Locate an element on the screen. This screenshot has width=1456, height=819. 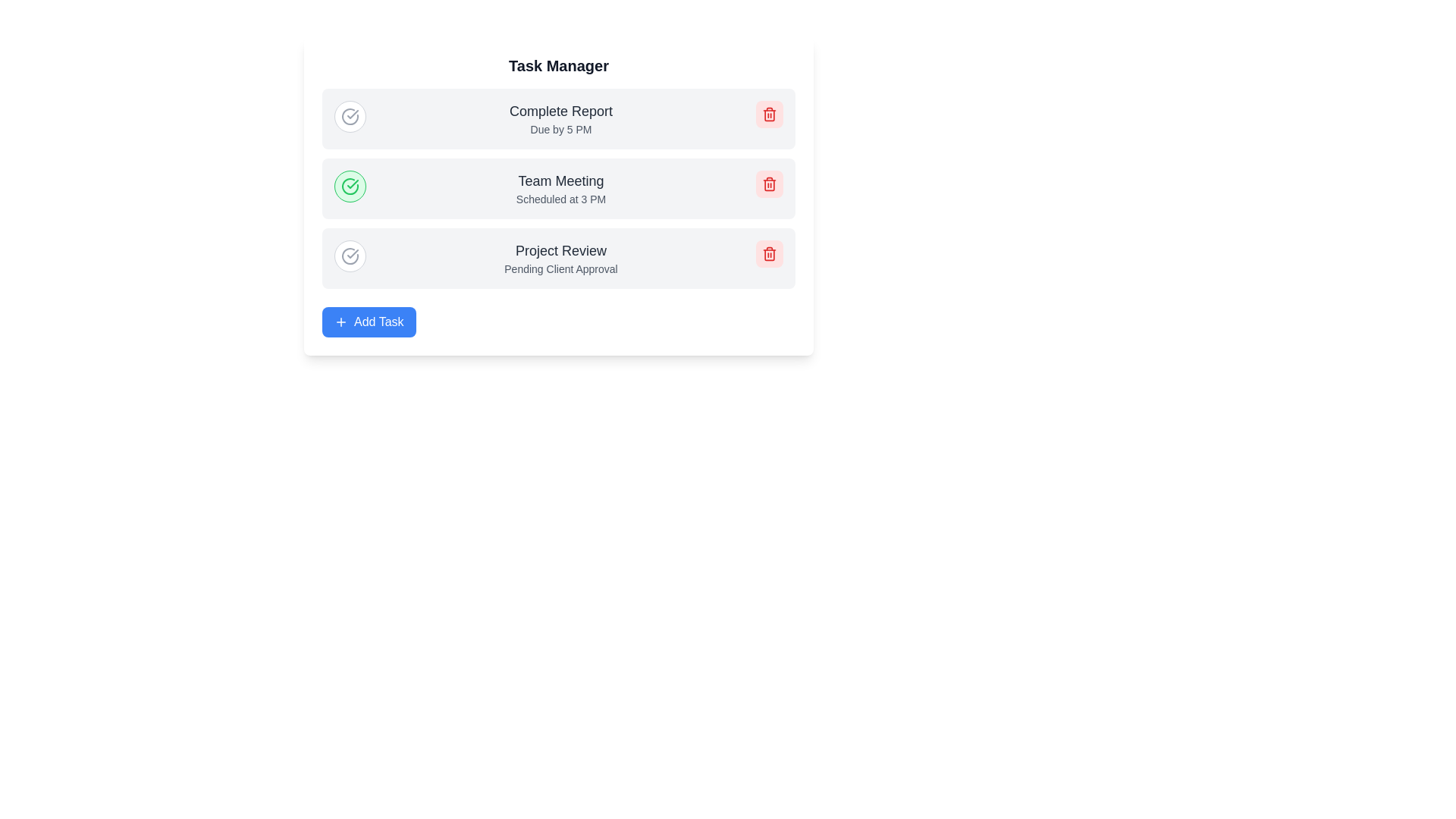
the text element that provides additional information about the 'Team Meeting' task, located beneath the 'Team Meeting' text within its task card is located at coordinates (560, 198).